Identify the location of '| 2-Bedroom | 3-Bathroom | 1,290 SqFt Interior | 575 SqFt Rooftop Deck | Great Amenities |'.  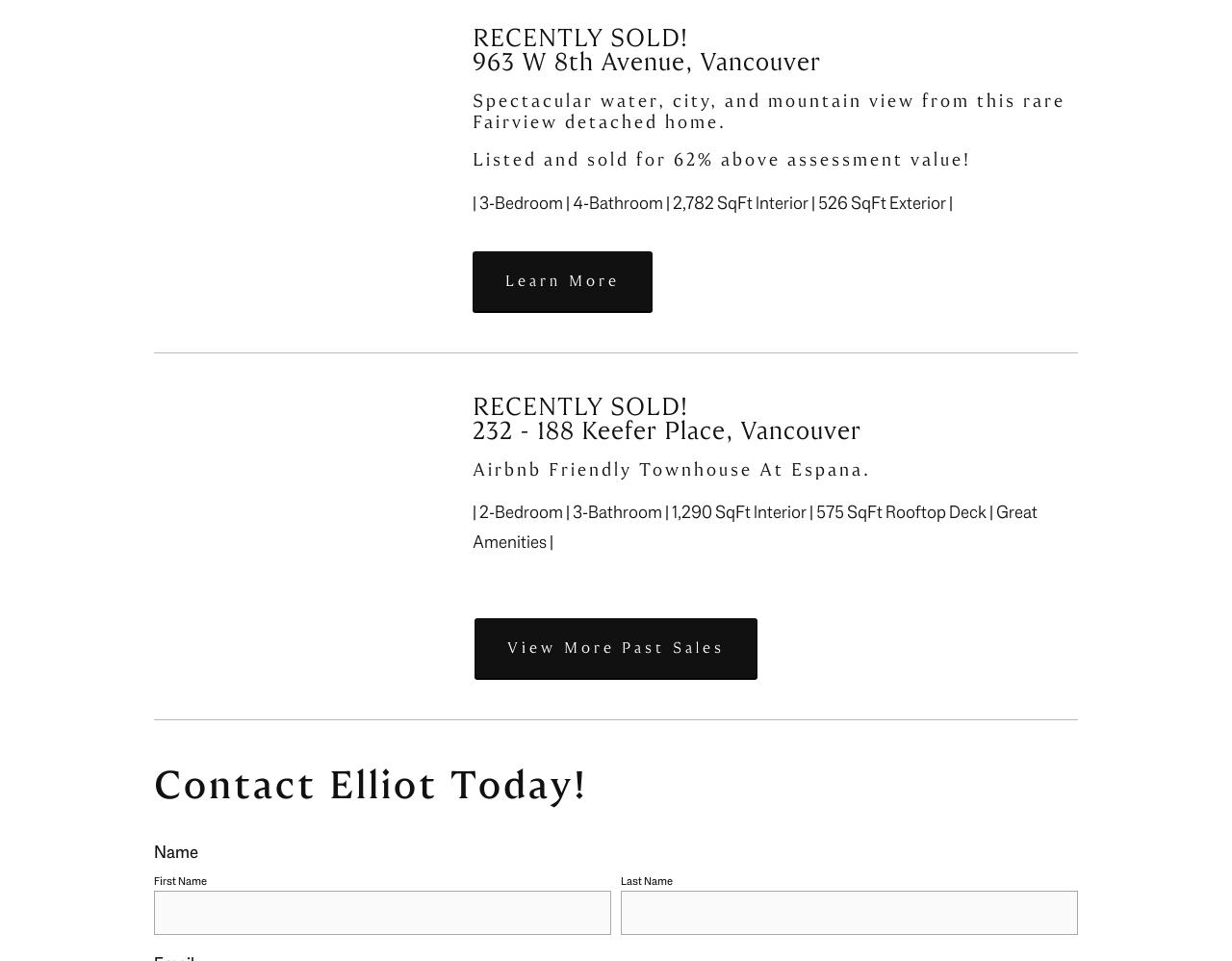
(756, 527).